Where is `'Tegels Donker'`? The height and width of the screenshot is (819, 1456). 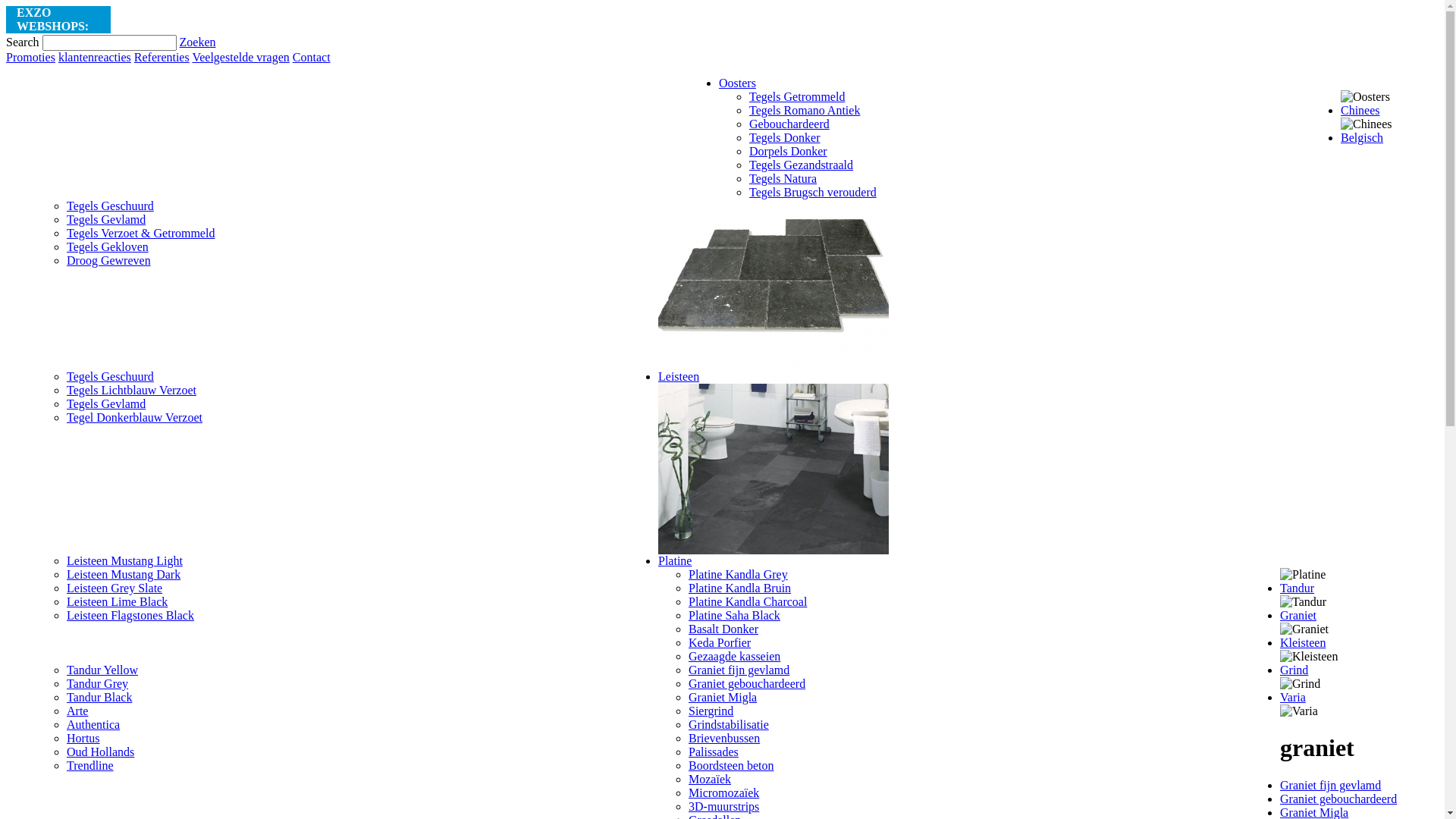
'Tegels Donker' is located at coordinates (785, 137).